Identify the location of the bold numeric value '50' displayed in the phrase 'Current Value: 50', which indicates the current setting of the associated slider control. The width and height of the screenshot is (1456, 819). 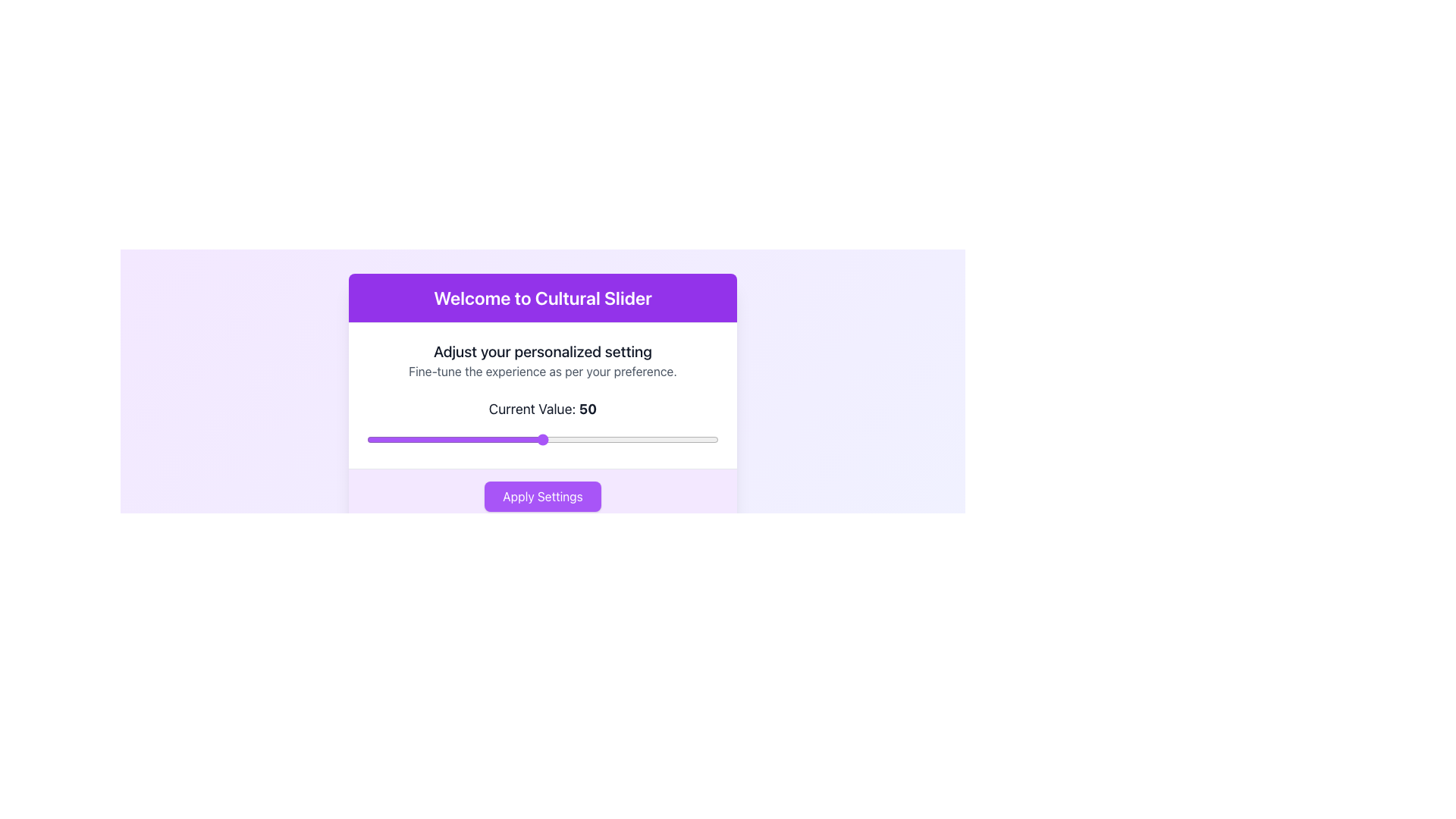
(587, 408).